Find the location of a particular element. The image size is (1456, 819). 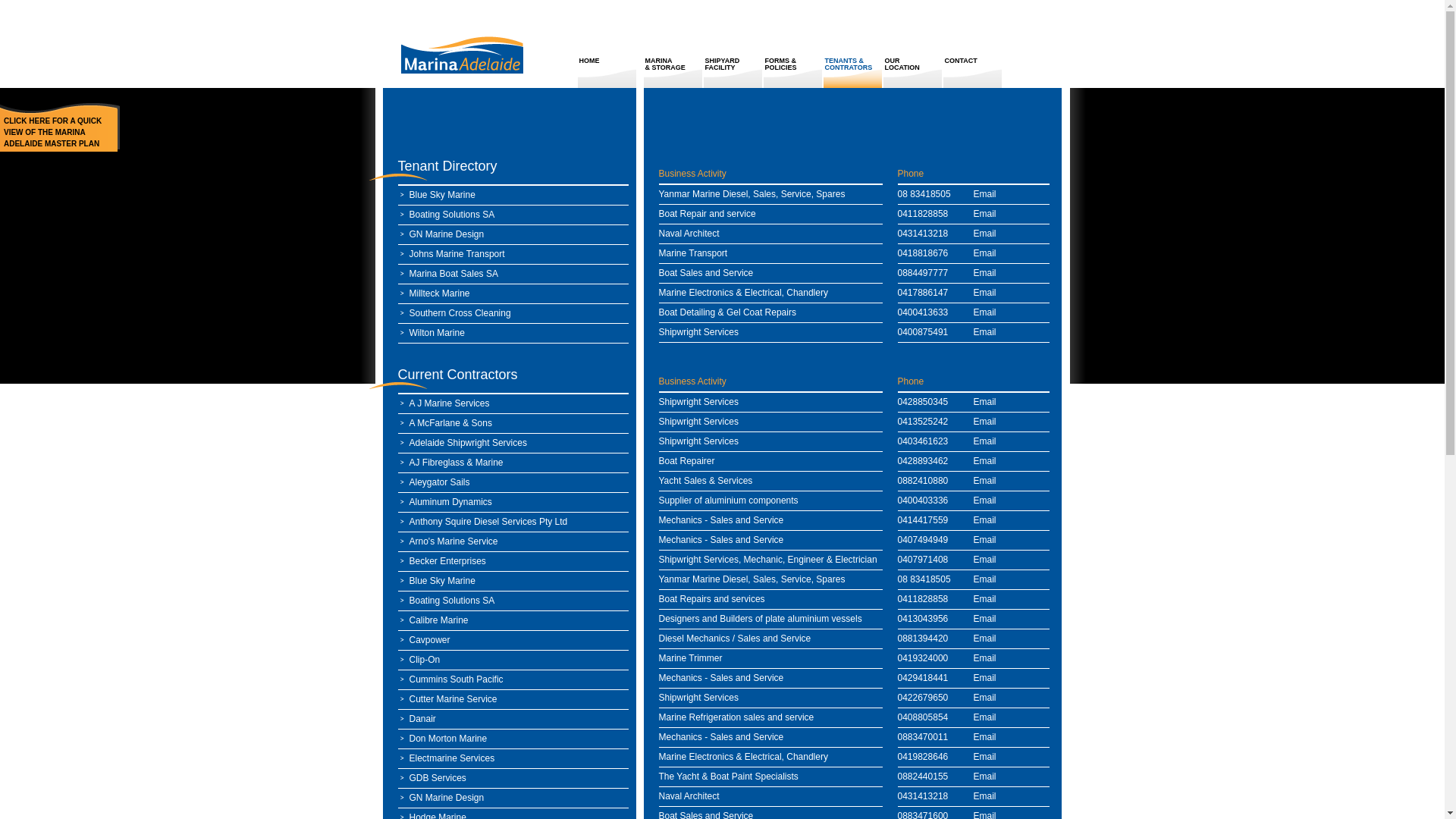

'FORMS & is located at coordinates (792, 73).